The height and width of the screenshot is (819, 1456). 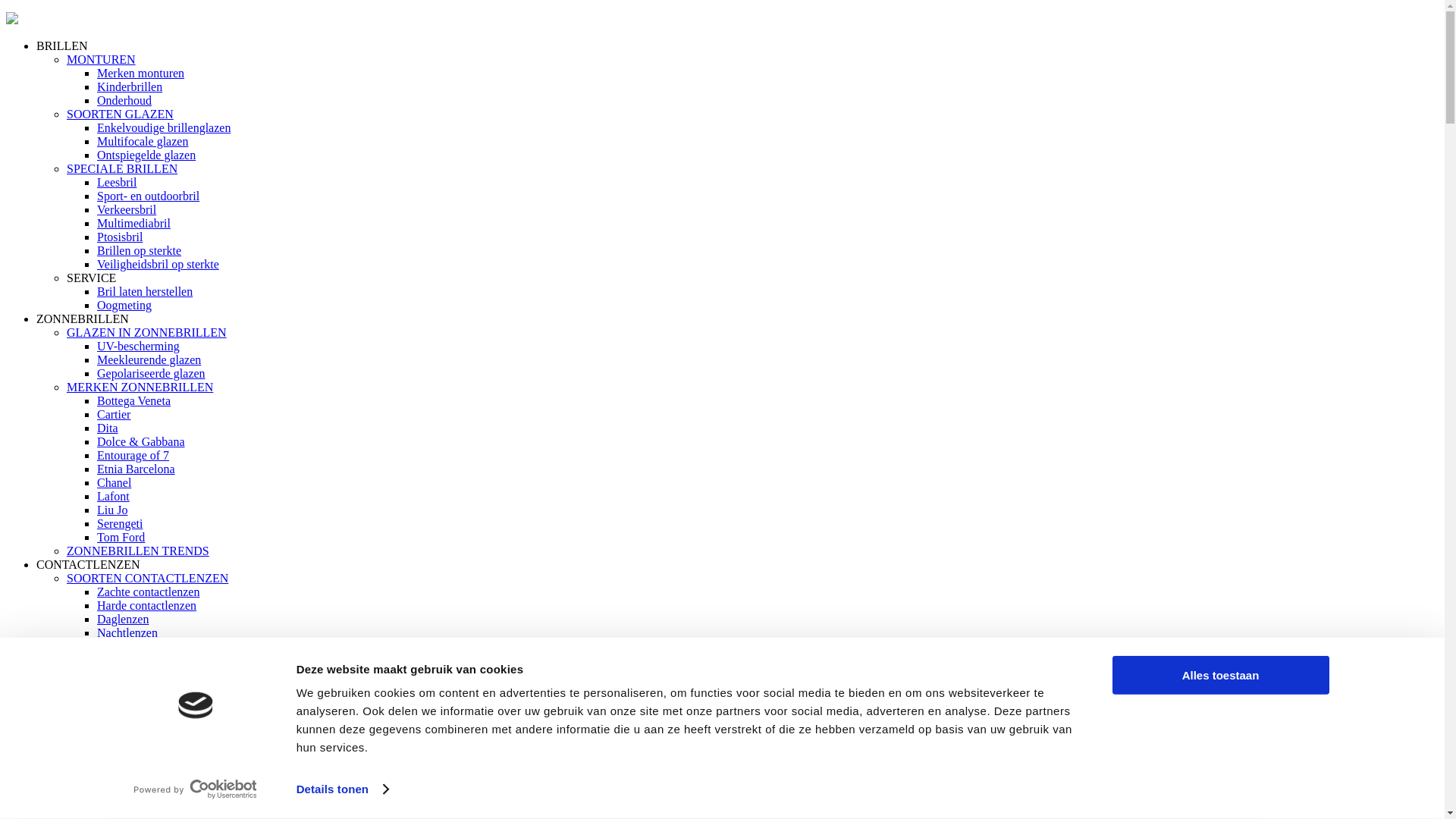 What do you see at coordinates (136, 468) in the screenshot?
I see `'Etnia Barcelona'` at bounding box center [136, 468].